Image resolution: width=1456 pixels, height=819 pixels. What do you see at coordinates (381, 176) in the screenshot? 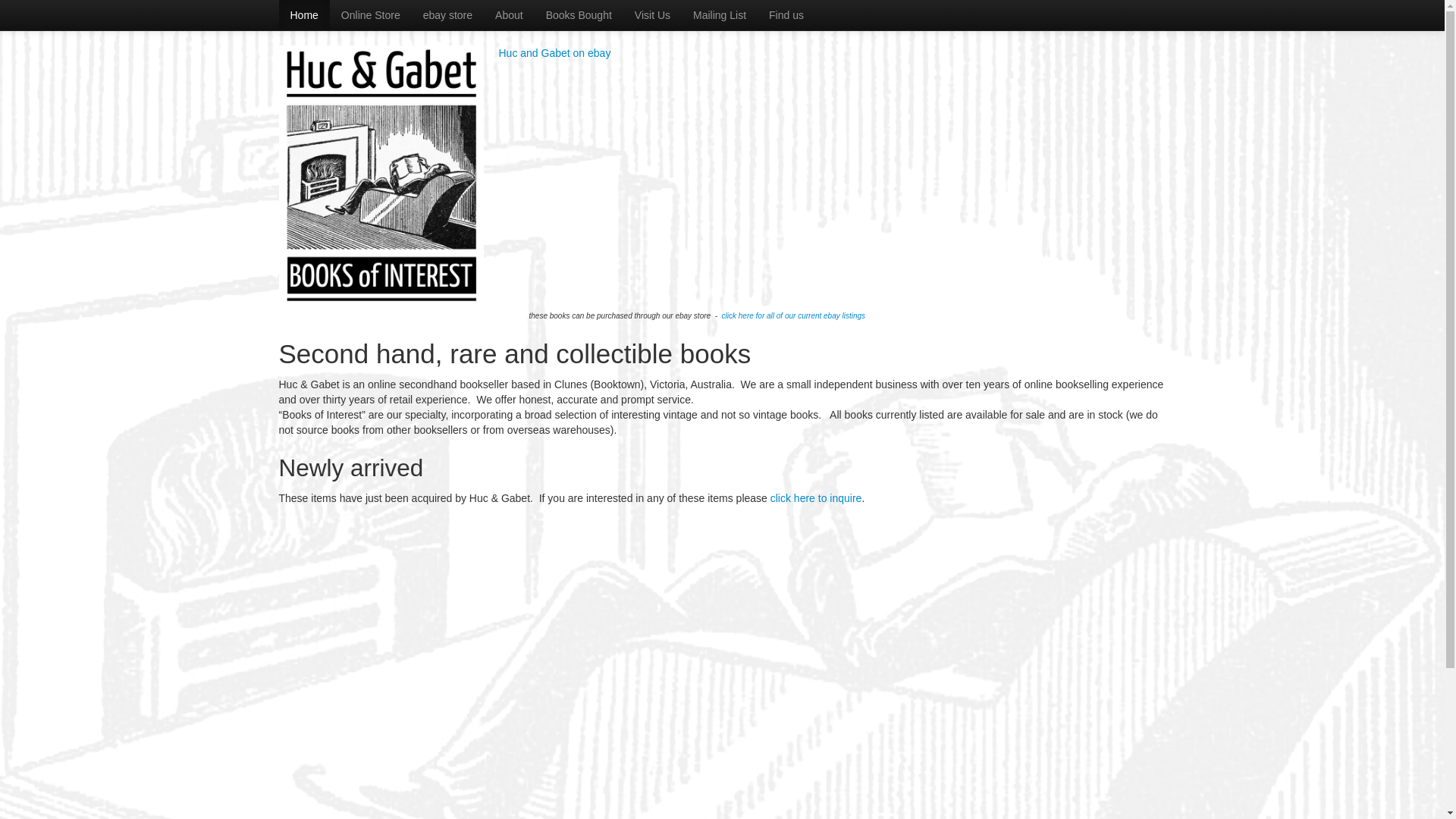
I see `'Huc & Gabet - Books of Interest'` at bounding box center [381, 176].